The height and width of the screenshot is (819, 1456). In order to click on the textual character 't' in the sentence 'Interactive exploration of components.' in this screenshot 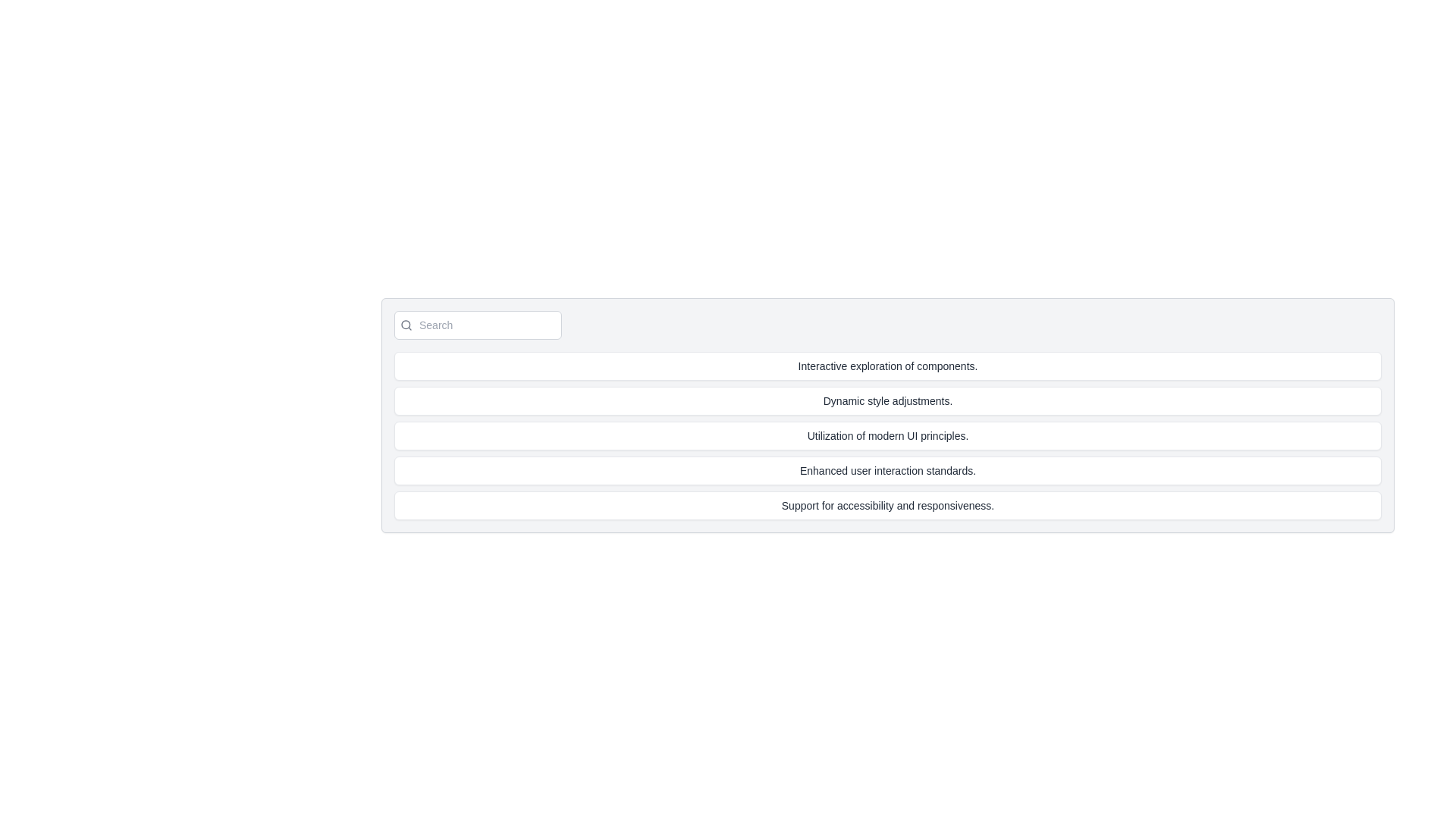, I will do `click(886, 366)`.